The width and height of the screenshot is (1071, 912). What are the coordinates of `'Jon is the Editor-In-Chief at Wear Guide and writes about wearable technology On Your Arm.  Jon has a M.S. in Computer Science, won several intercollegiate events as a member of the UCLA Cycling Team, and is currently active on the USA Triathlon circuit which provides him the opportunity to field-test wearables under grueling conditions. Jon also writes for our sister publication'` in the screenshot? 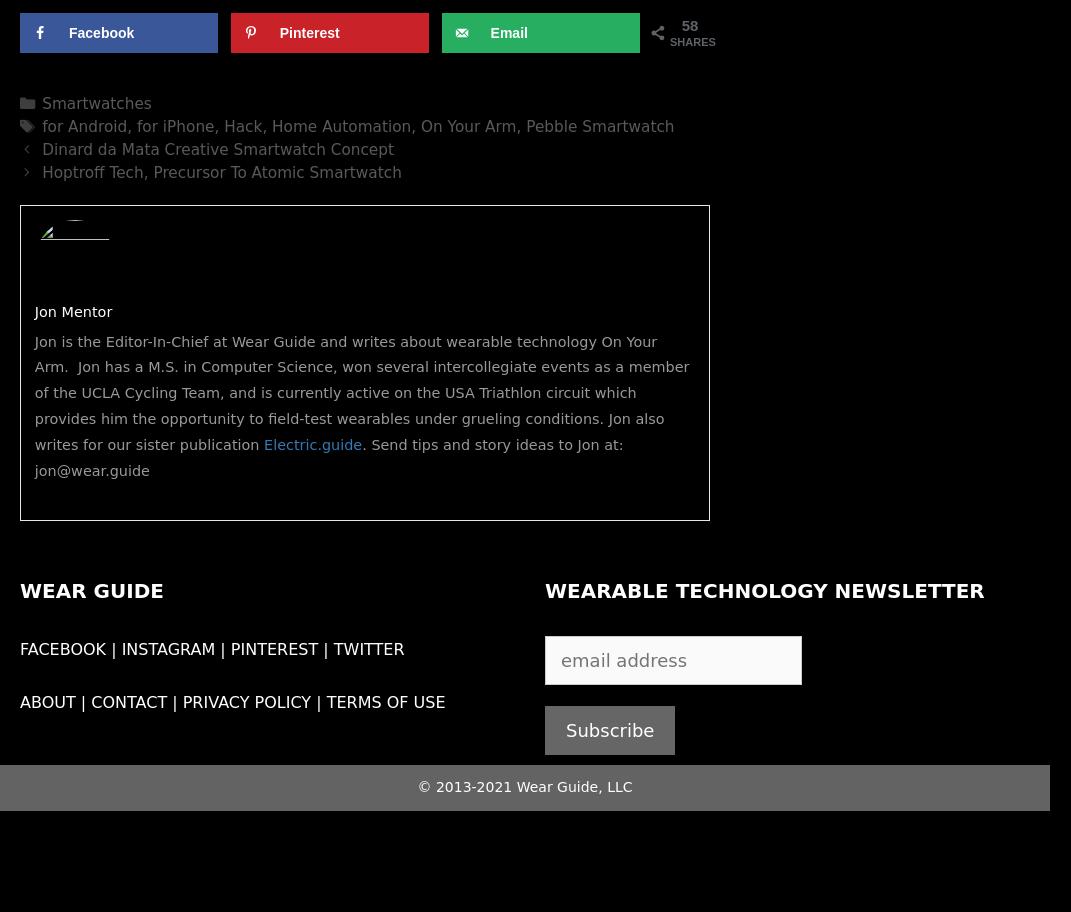 It's located at (360, 392).